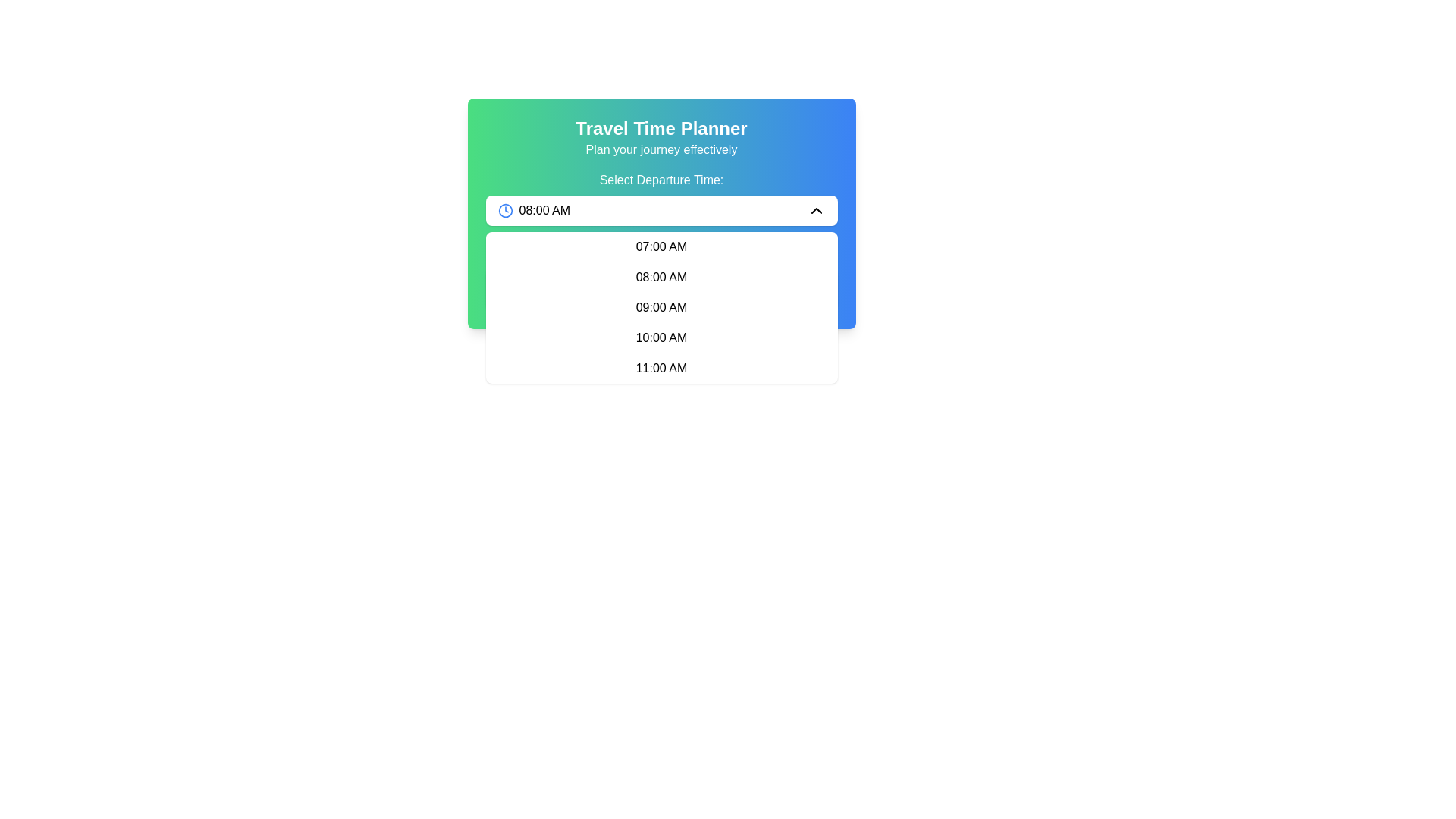 Image resolution: width=1456 pixels, height=819 pixels. I want to click on the dropdown element displaying the time '08:00 AM' with the blue clock icon, positioned in the left segment of the time selection dropdown, so click(534, 210).